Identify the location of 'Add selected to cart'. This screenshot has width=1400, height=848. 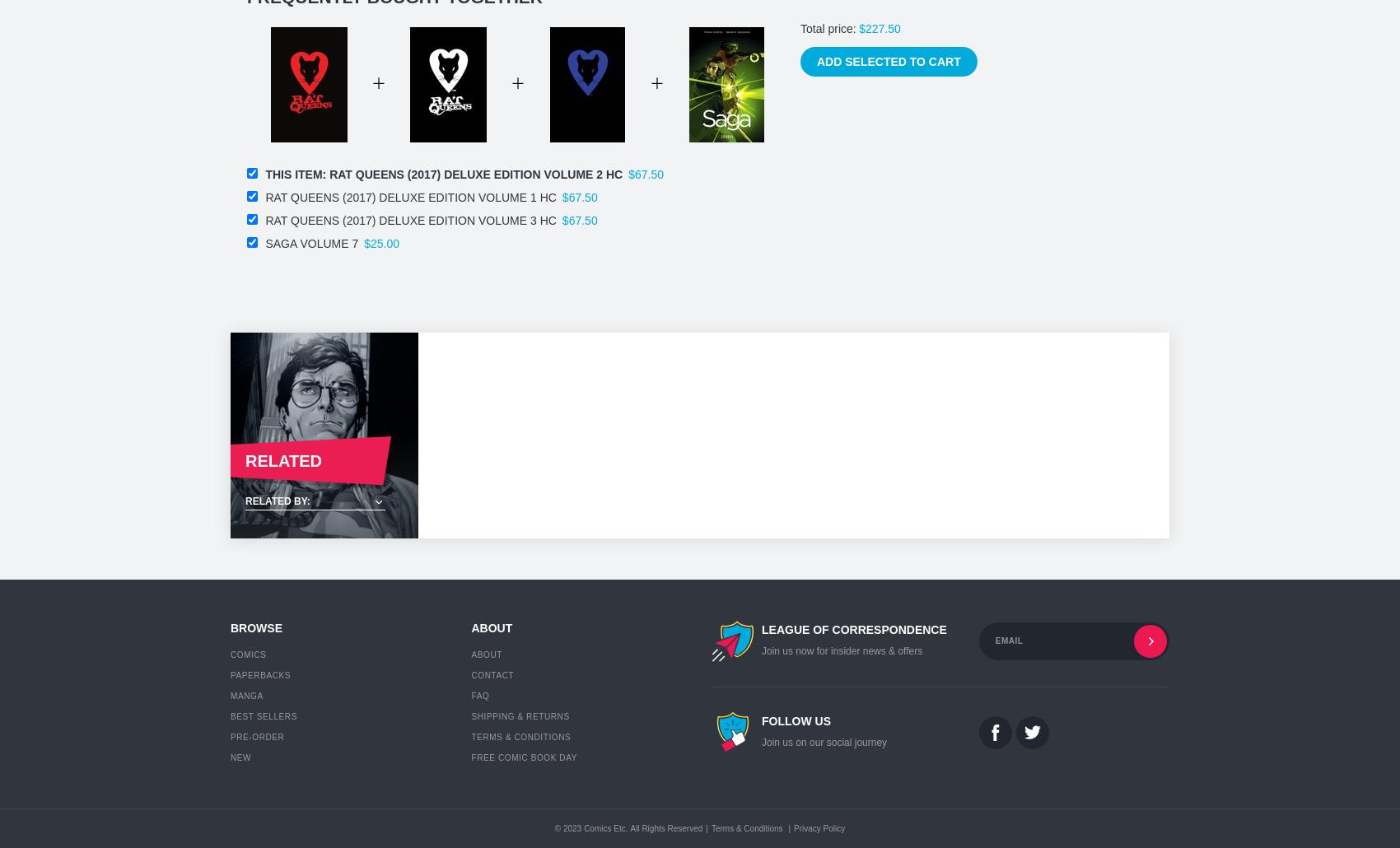
(888, 60).